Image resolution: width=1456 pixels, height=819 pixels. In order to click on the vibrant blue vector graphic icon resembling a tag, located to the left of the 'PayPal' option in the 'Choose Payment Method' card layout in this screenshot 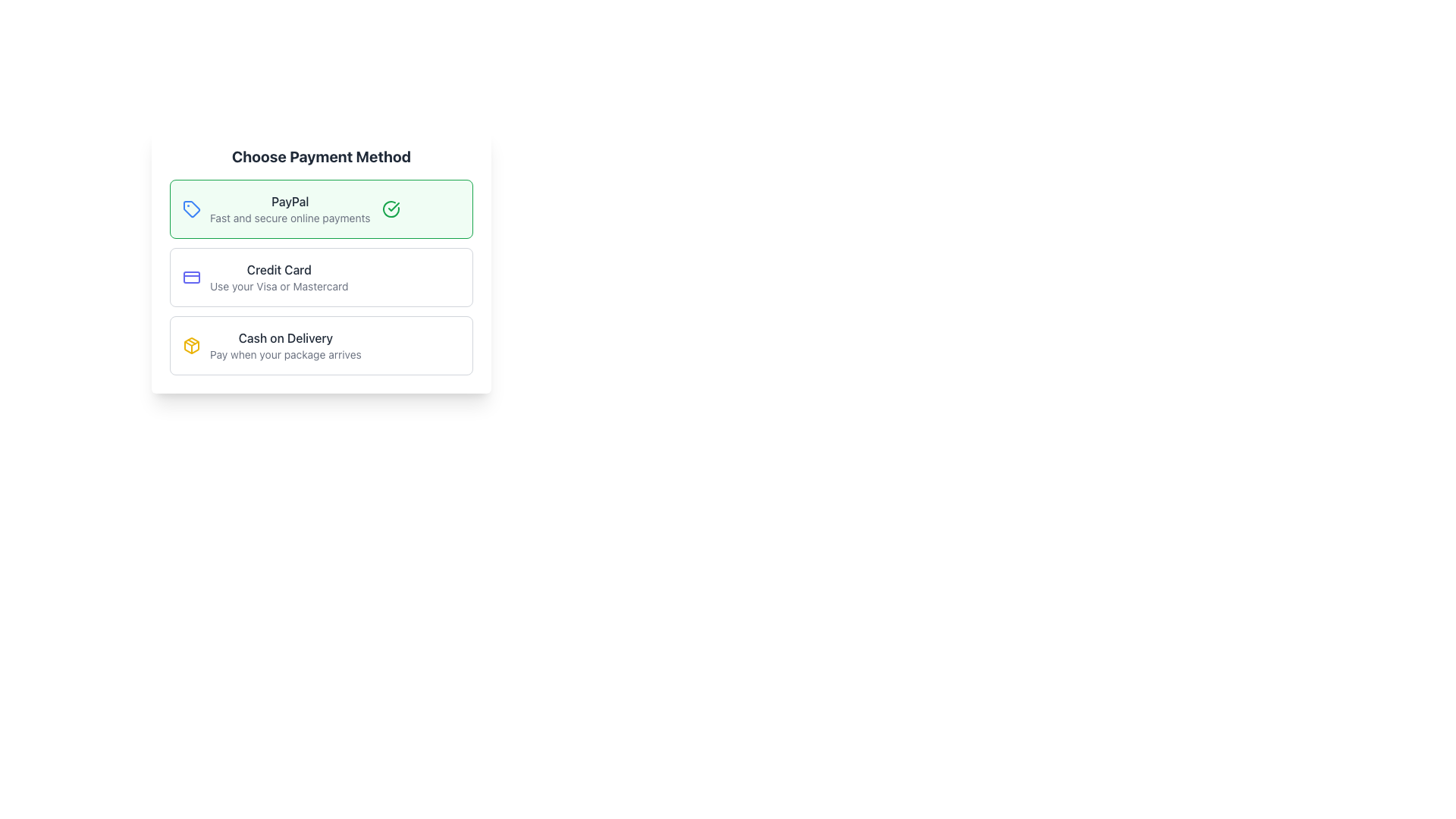, I will do `click(191, 209)`.